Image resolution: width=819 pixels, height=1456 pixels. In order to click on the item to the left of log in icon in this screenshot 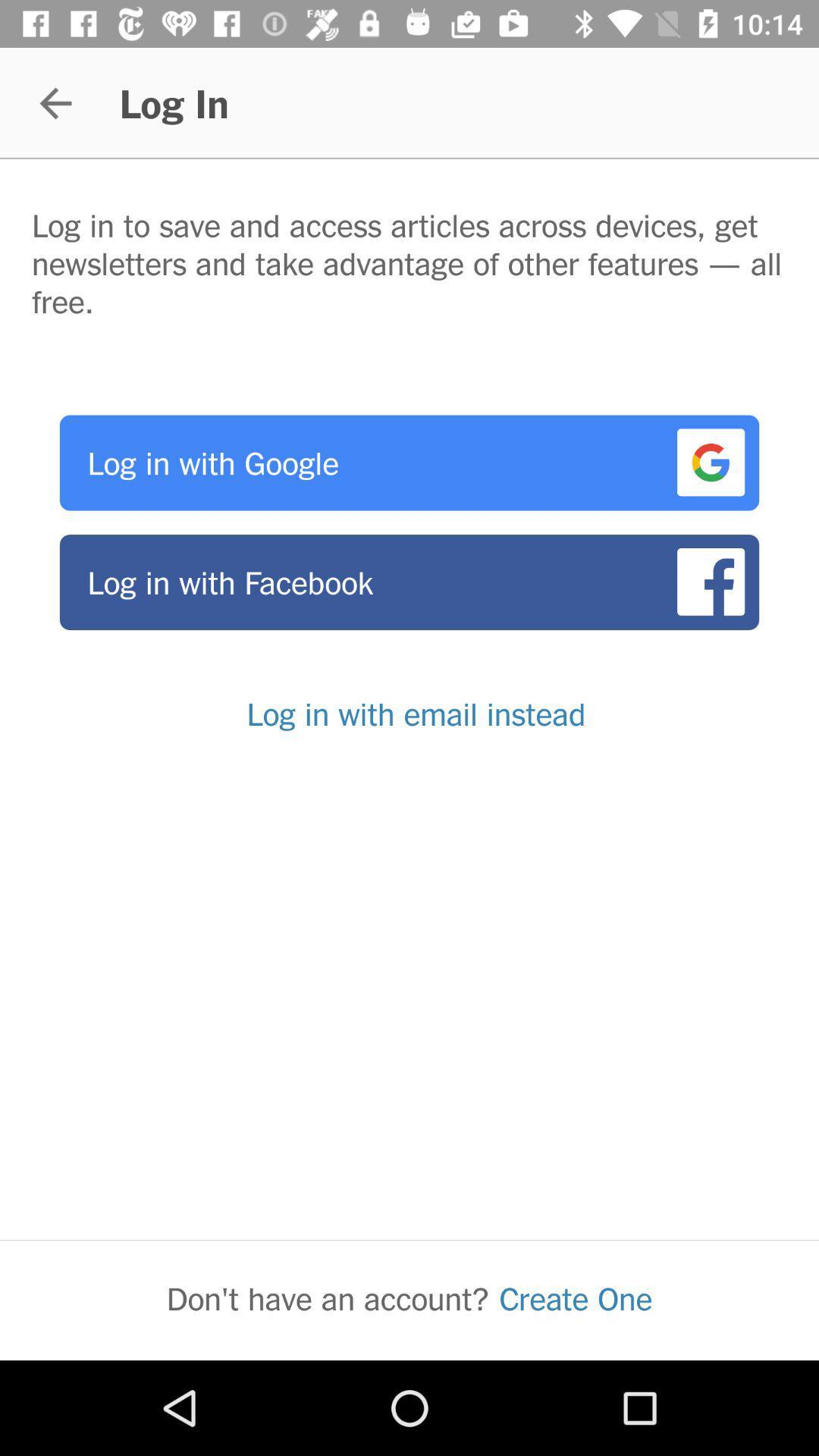, I will do `click(55, 102)`.